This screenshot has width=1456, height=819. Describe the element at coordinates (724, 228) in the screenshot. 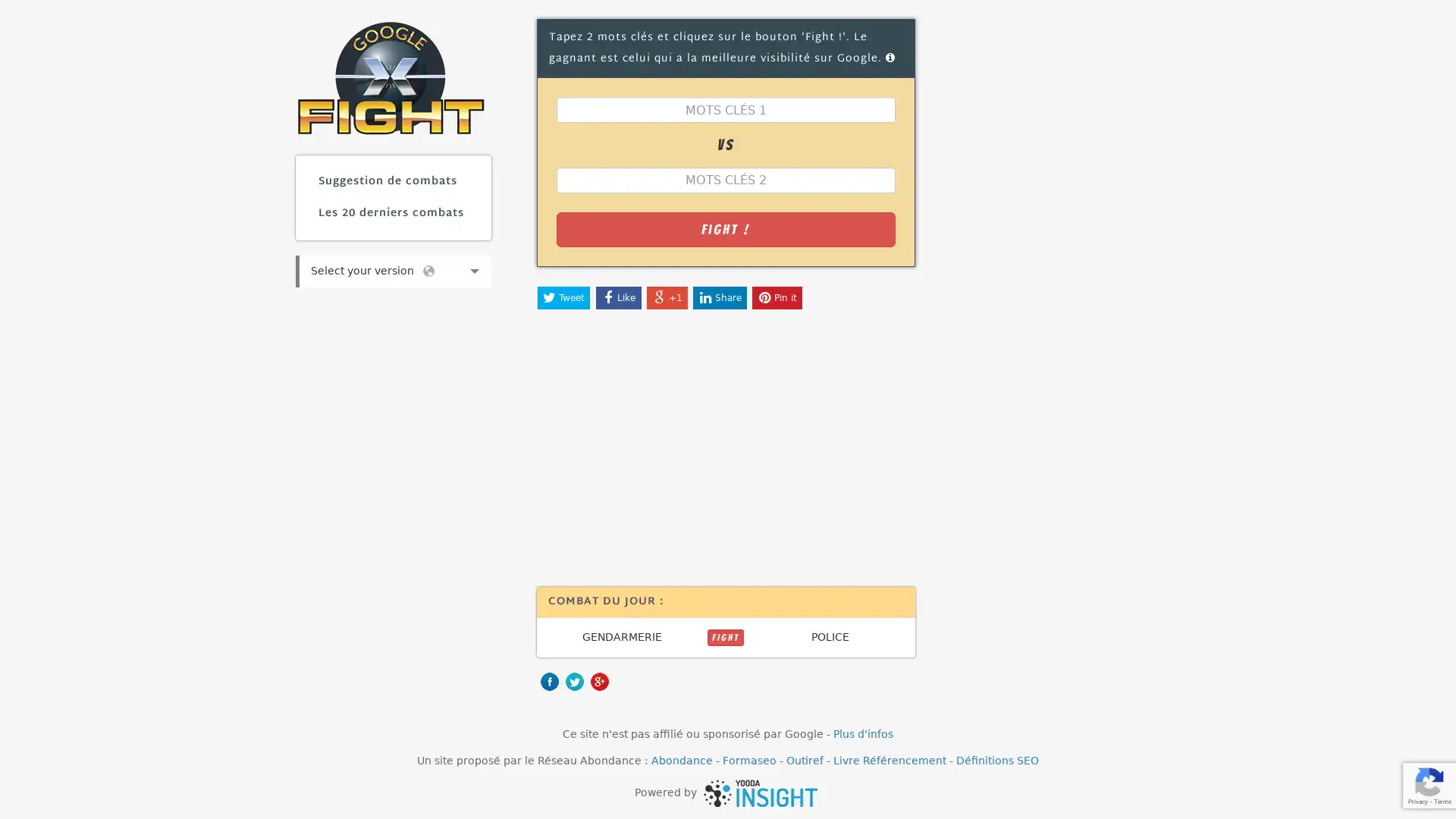

I see `Fight !` at that location.